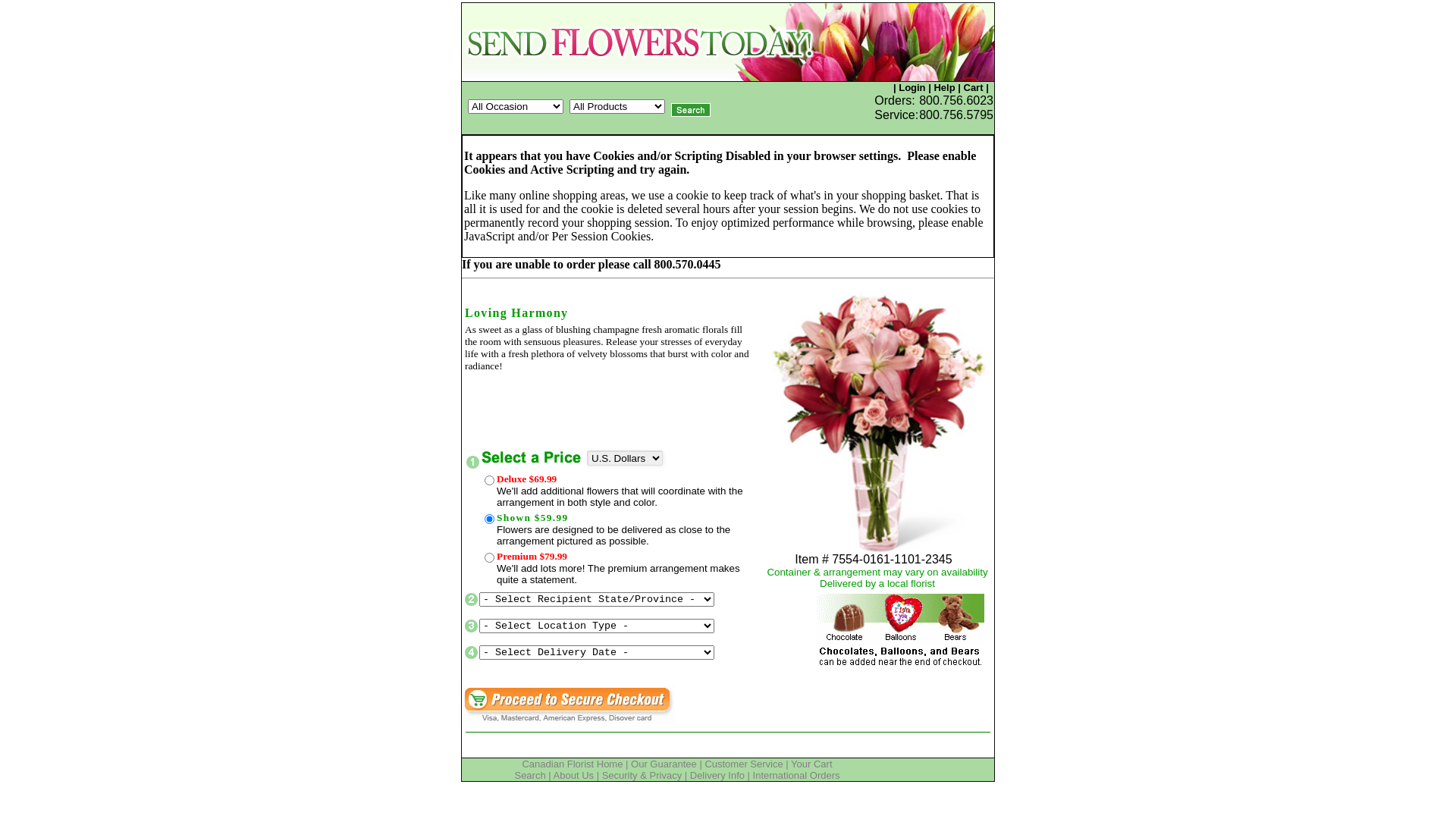 The height and width of the screenshot is (819, 1456). What do you see at coordinates (521, 764) in the screenshot?
I see `'Canadian Florist Home'` at bounding box center [521, 764].